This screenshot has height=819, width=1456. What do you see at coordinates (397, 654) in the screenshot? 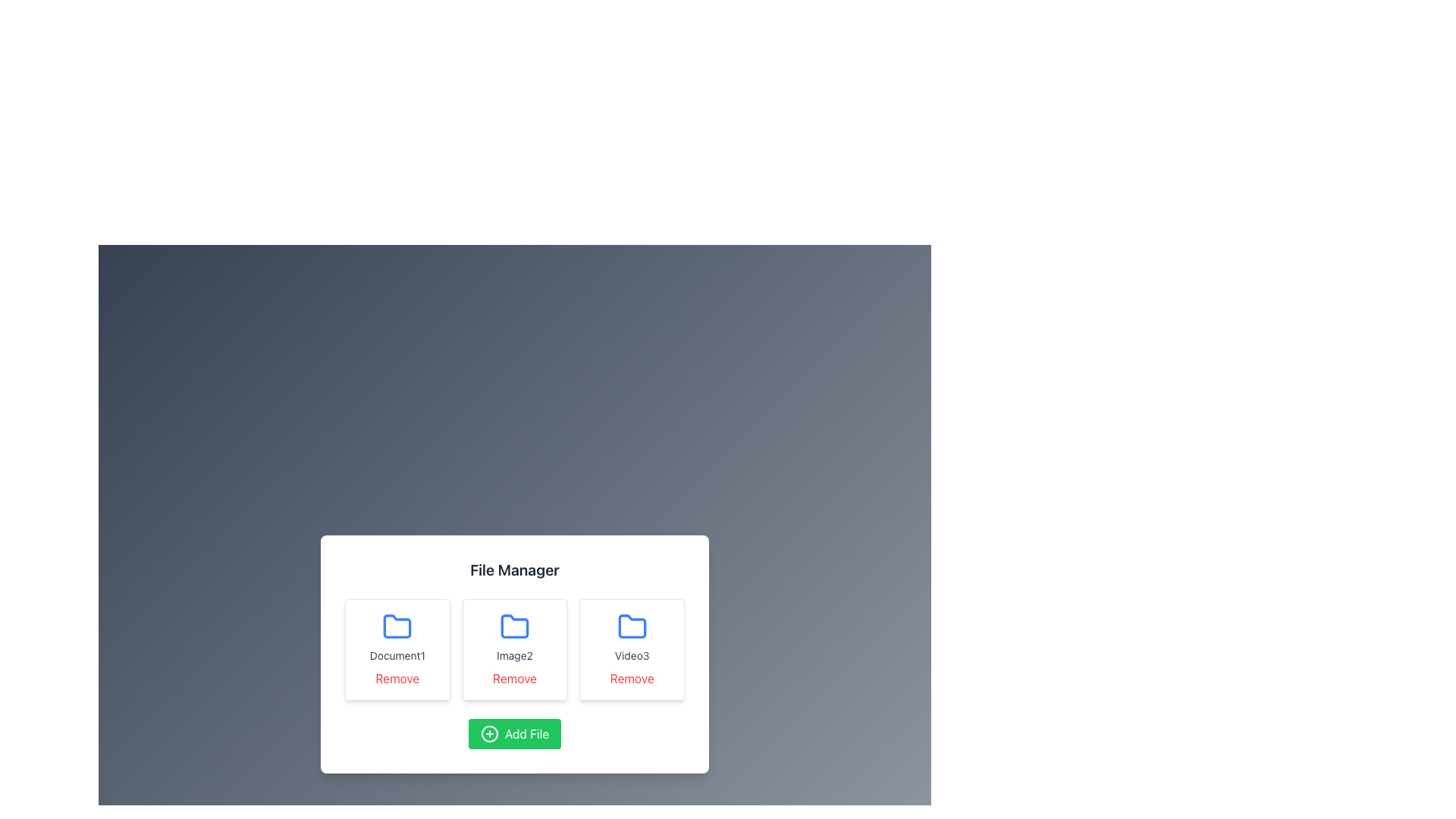
I see `the label that indicates the name of the associated file or folder, located in the top row, first column of the grid layout within the file manager interface` at bounding box center [397, 654].